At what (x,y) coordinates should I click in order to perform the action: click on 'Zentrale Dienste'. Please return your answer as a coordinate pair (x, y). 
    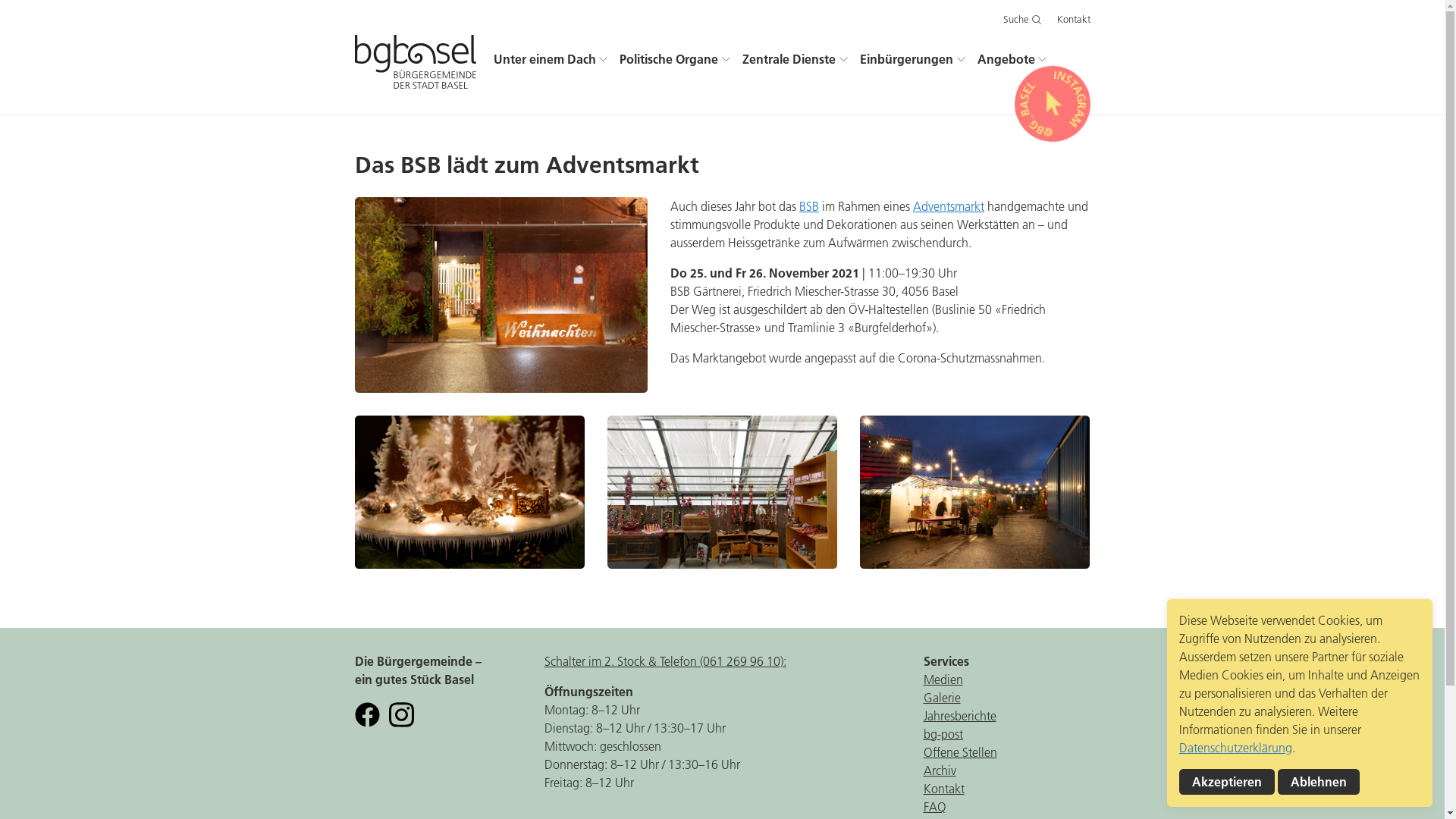
    Looking at the image, I should click on (794, 58).